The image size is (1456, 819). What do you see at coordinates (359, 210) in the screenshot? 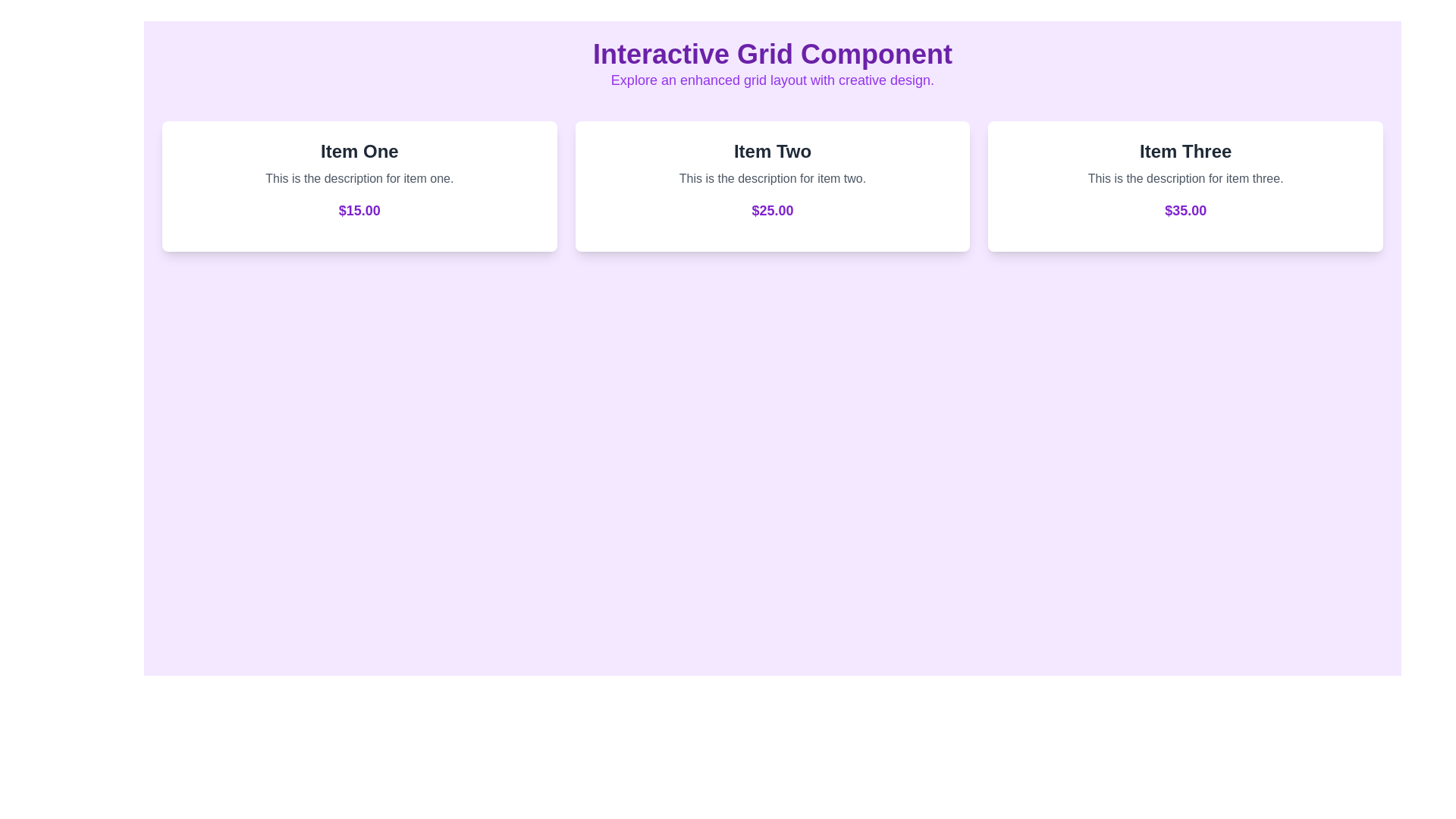
I see `price information displayed in the text label located below the description text of the 'Item One' card in the first column of a three-column grid layout` at bounding box center [359, 210].